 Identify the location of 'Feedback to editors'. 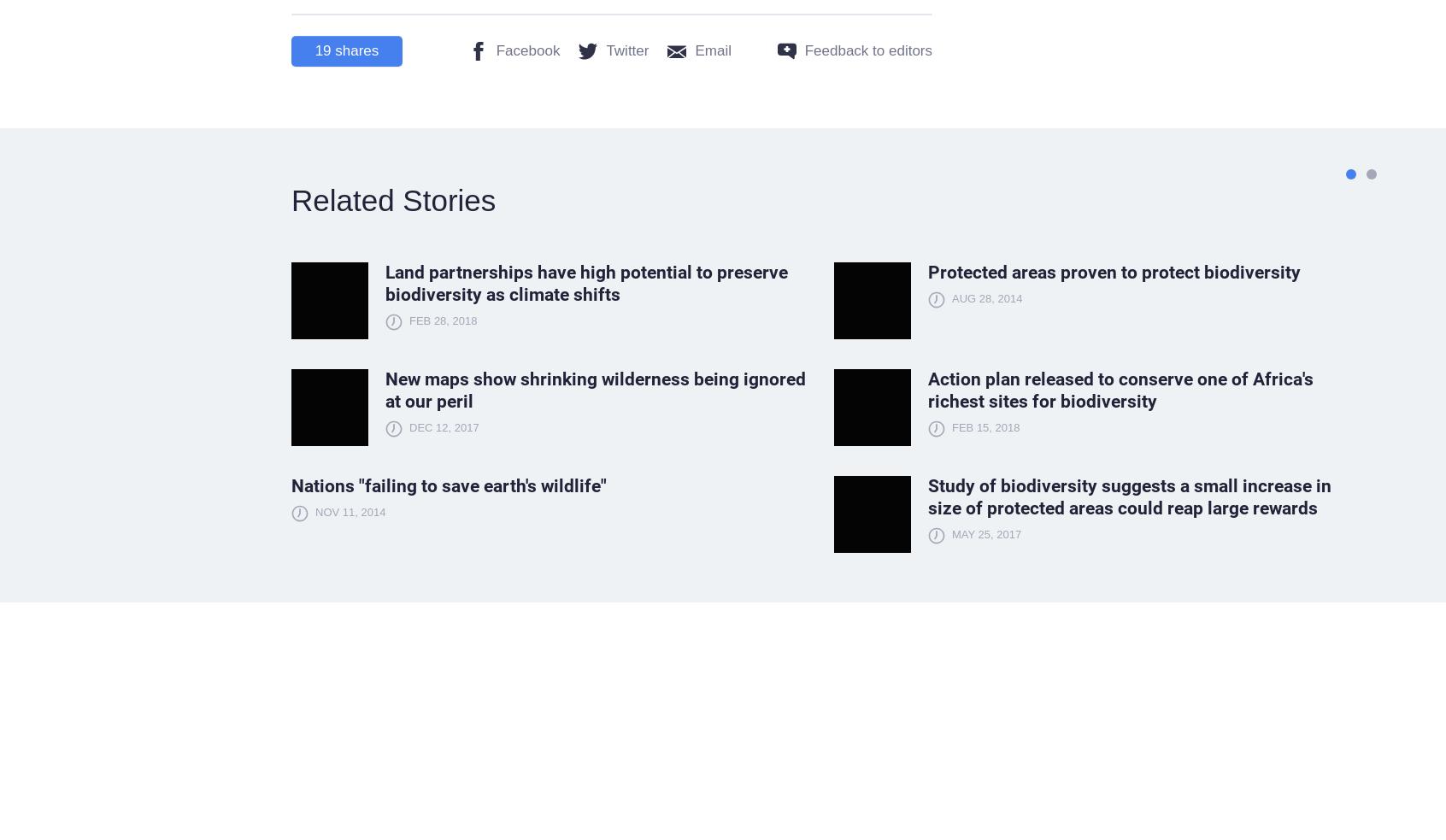
(867, 49).